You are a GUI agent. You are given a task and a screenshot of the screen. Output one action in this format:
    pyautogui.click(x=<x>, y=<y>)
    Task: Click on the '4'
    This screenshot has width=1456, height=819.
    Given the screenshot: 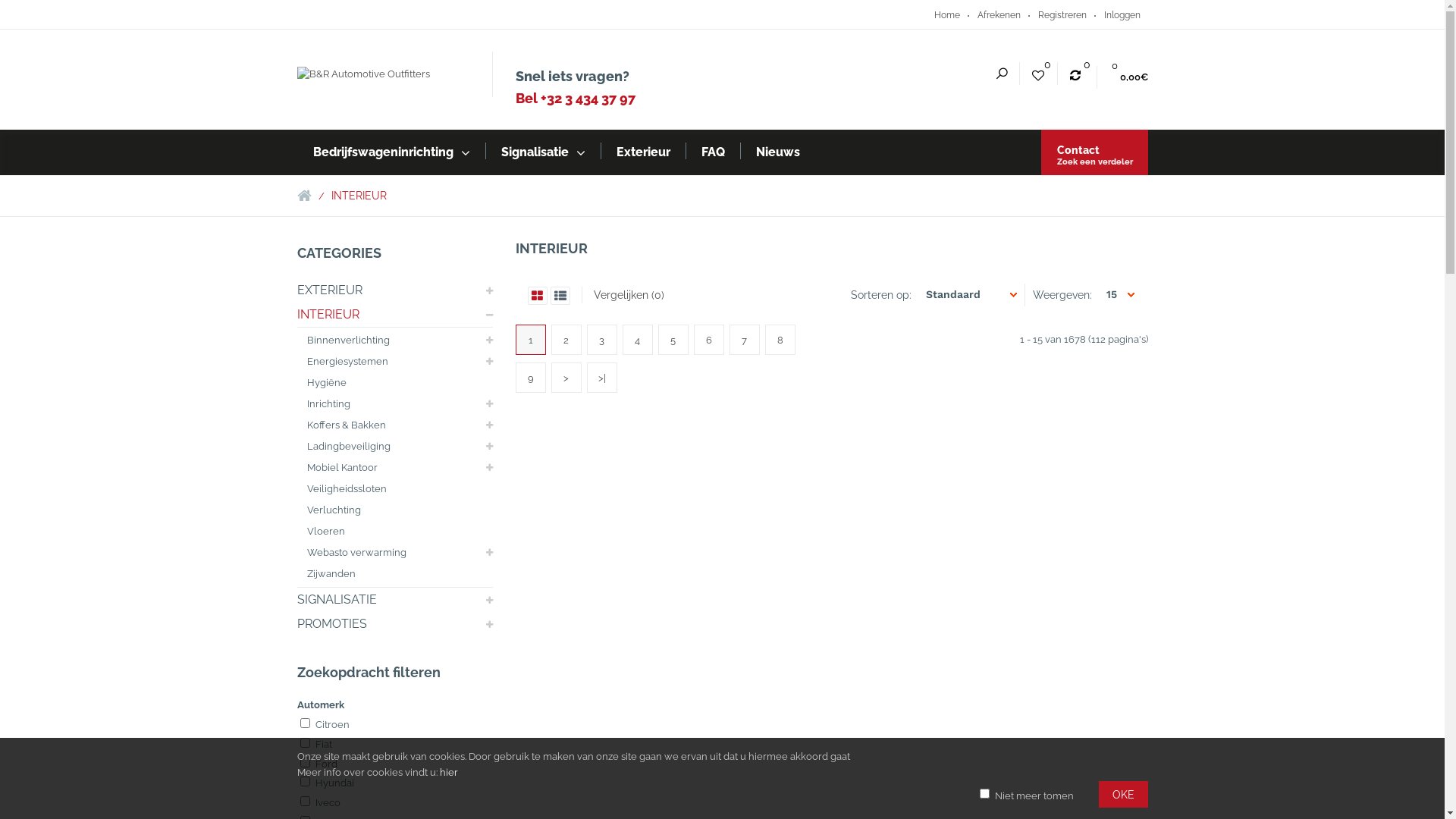 What is the action you would take?
    pyautogui.click(x=637, y=338)
    